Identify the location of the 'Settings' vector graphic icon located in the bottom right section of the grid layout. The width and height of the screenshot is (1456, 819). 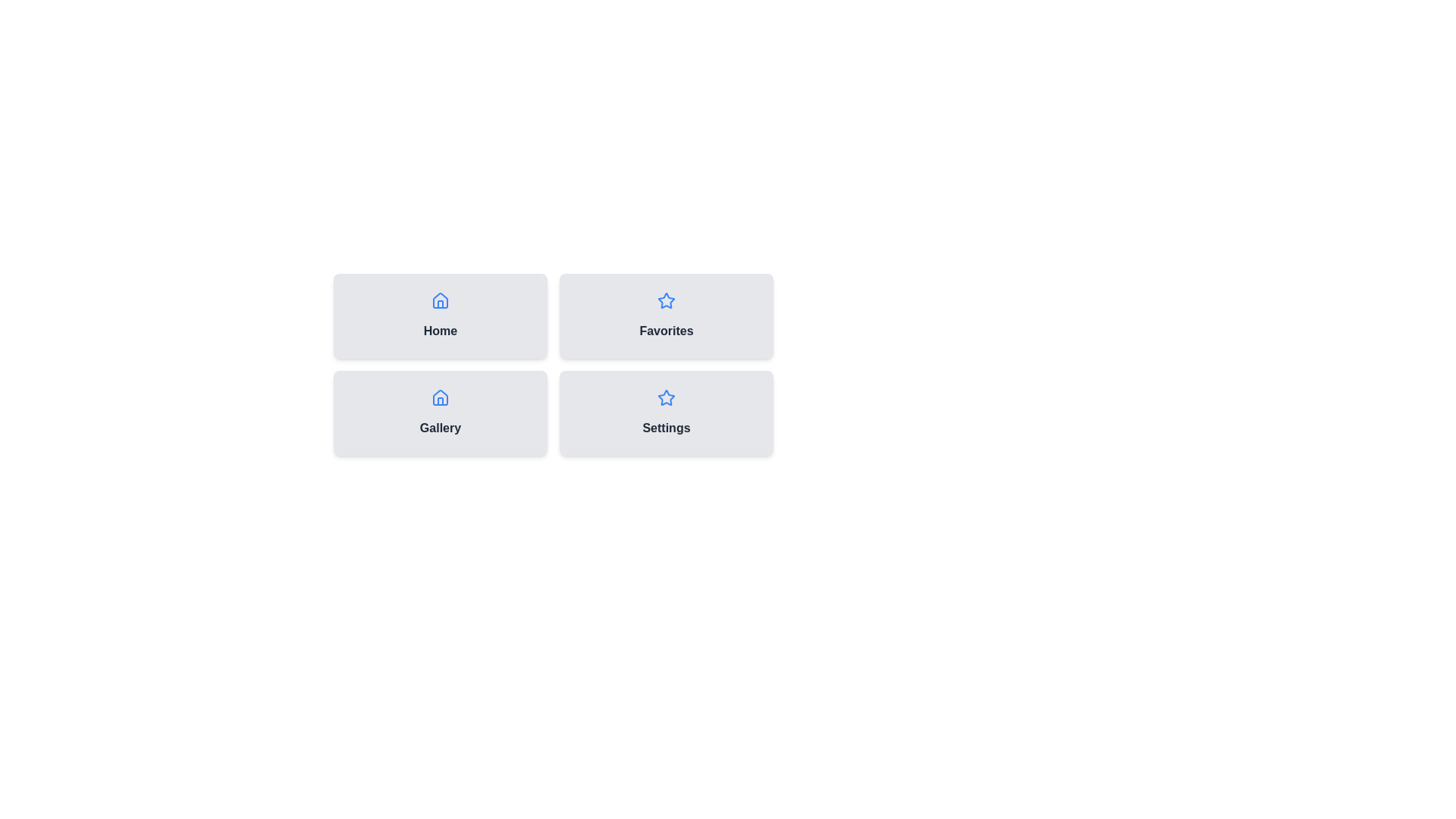
(666, 300).